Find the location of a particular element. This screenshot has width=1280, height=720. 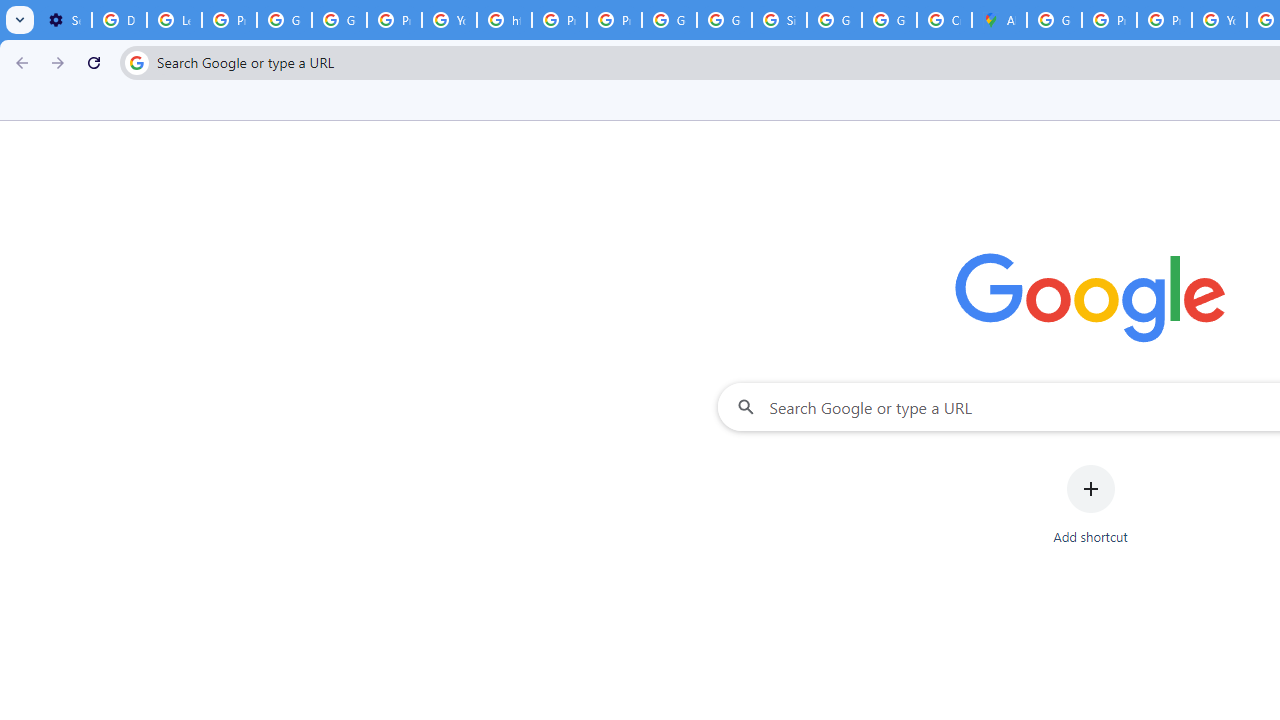

'Delete photos & videos - Computer - Google Photos Help' is located at coordinates (118, 20).